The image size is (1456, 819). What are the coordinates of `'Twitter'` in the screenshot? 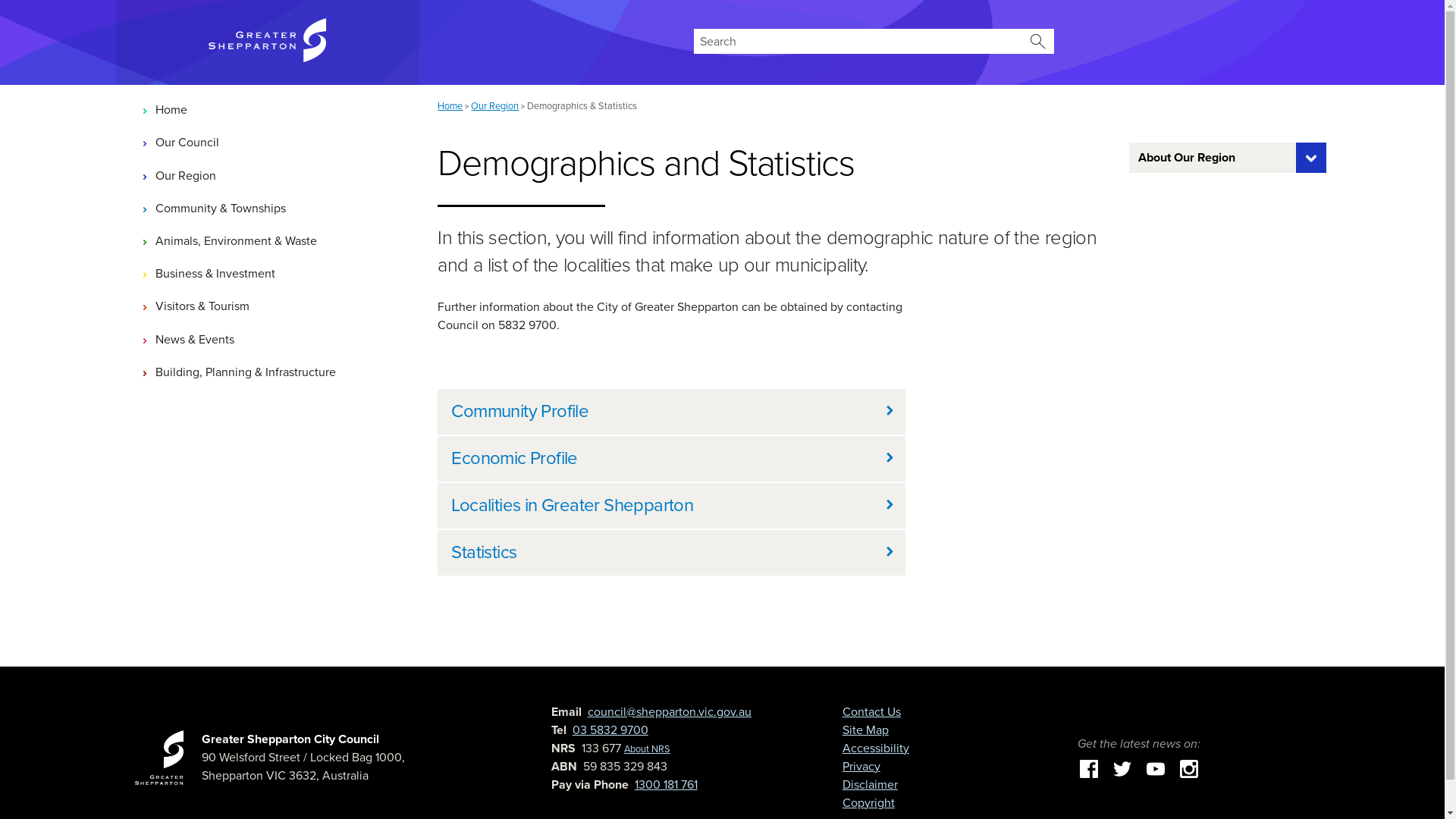 It's located at (1122, 768).